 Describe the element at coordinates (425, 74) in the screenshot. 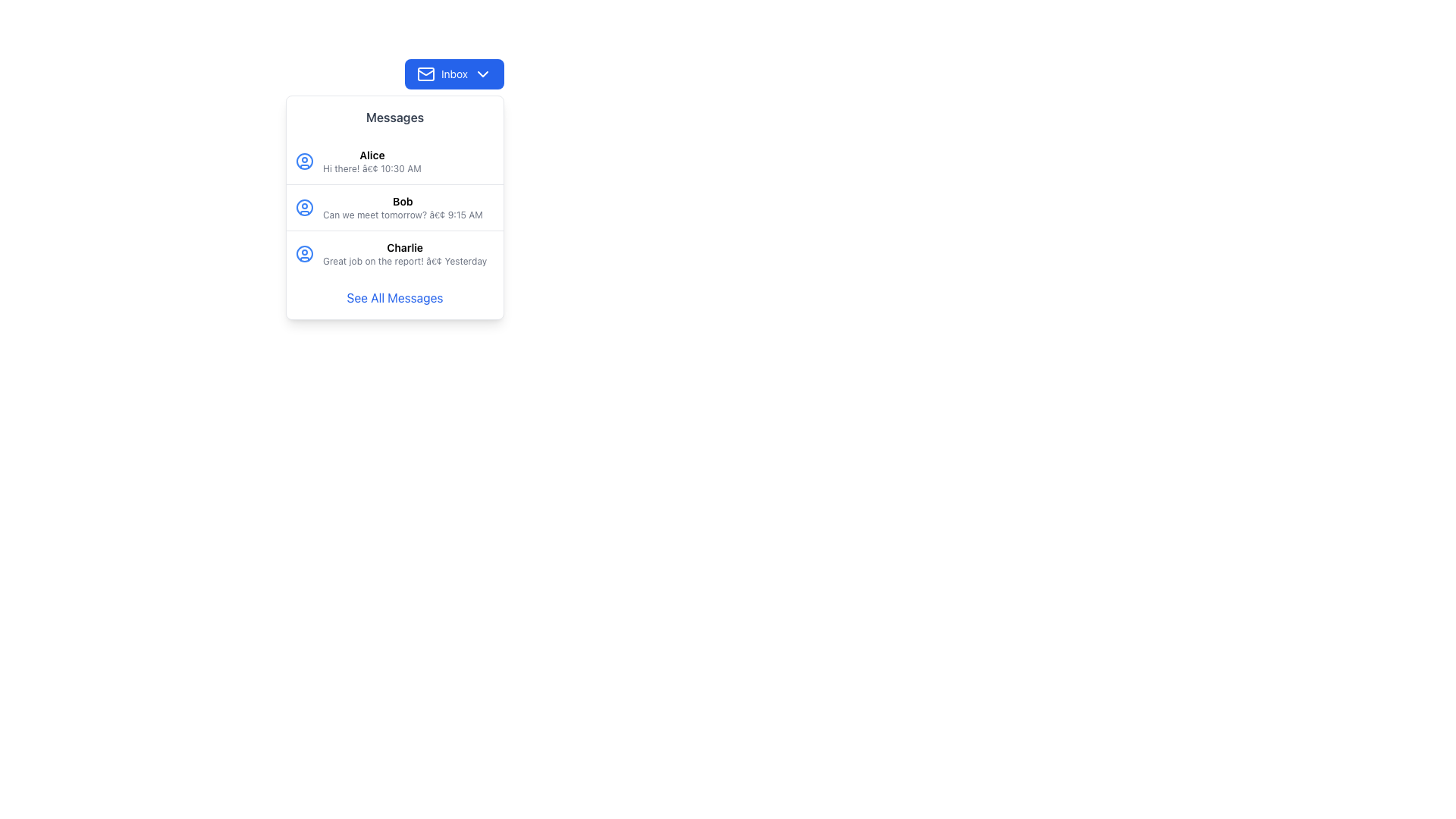

I see `the mail icon, which is a white outlined envelope icon against a blue background, located to the left of the 'Inbox' button in the top-right area of the interface` at that location.